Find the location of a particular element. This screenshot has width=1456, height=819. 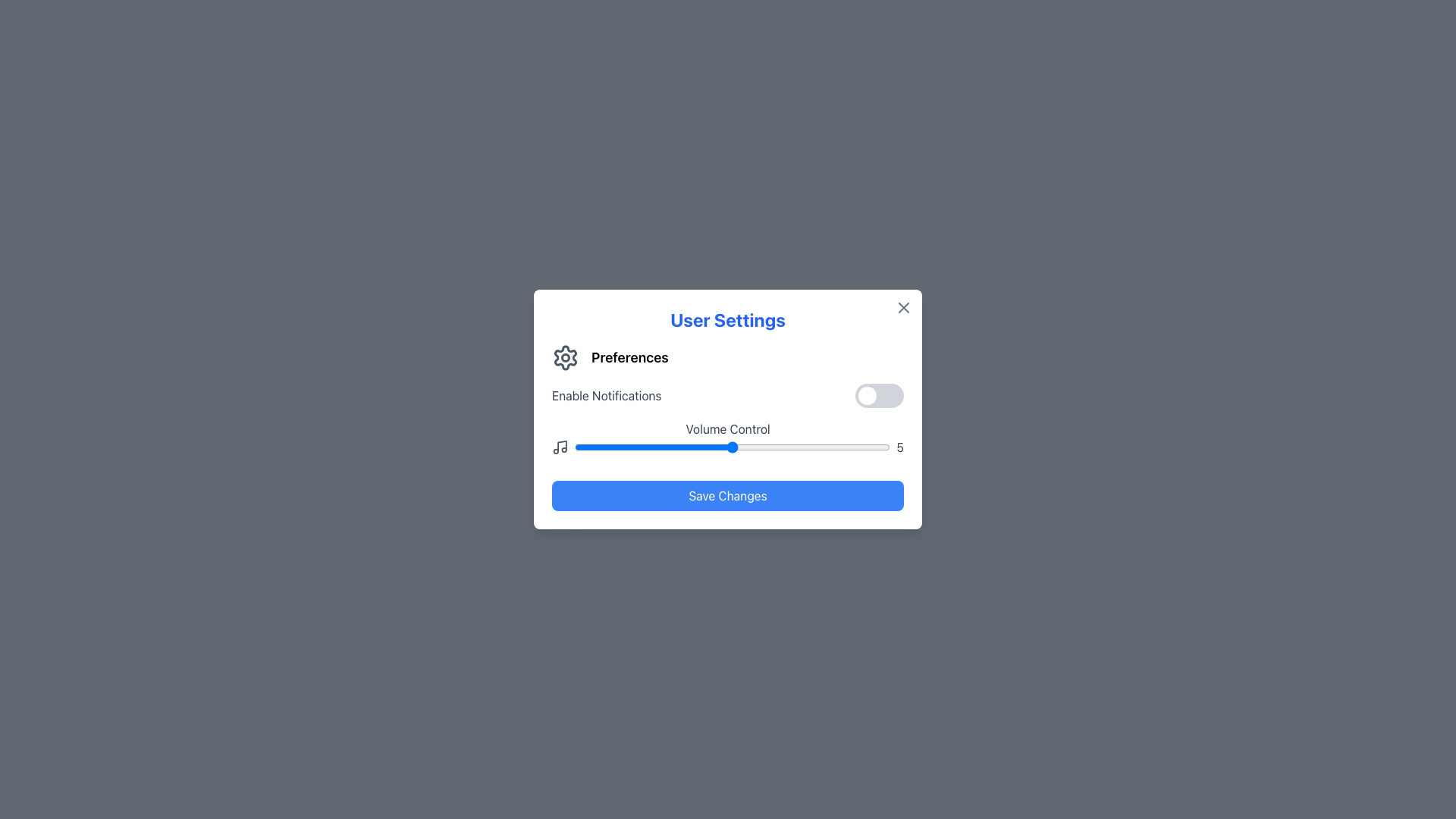

the intricate cog-shaped icon located in the modal header, adjacent to the 'Preferences' label is located at coordinates (564, 357).